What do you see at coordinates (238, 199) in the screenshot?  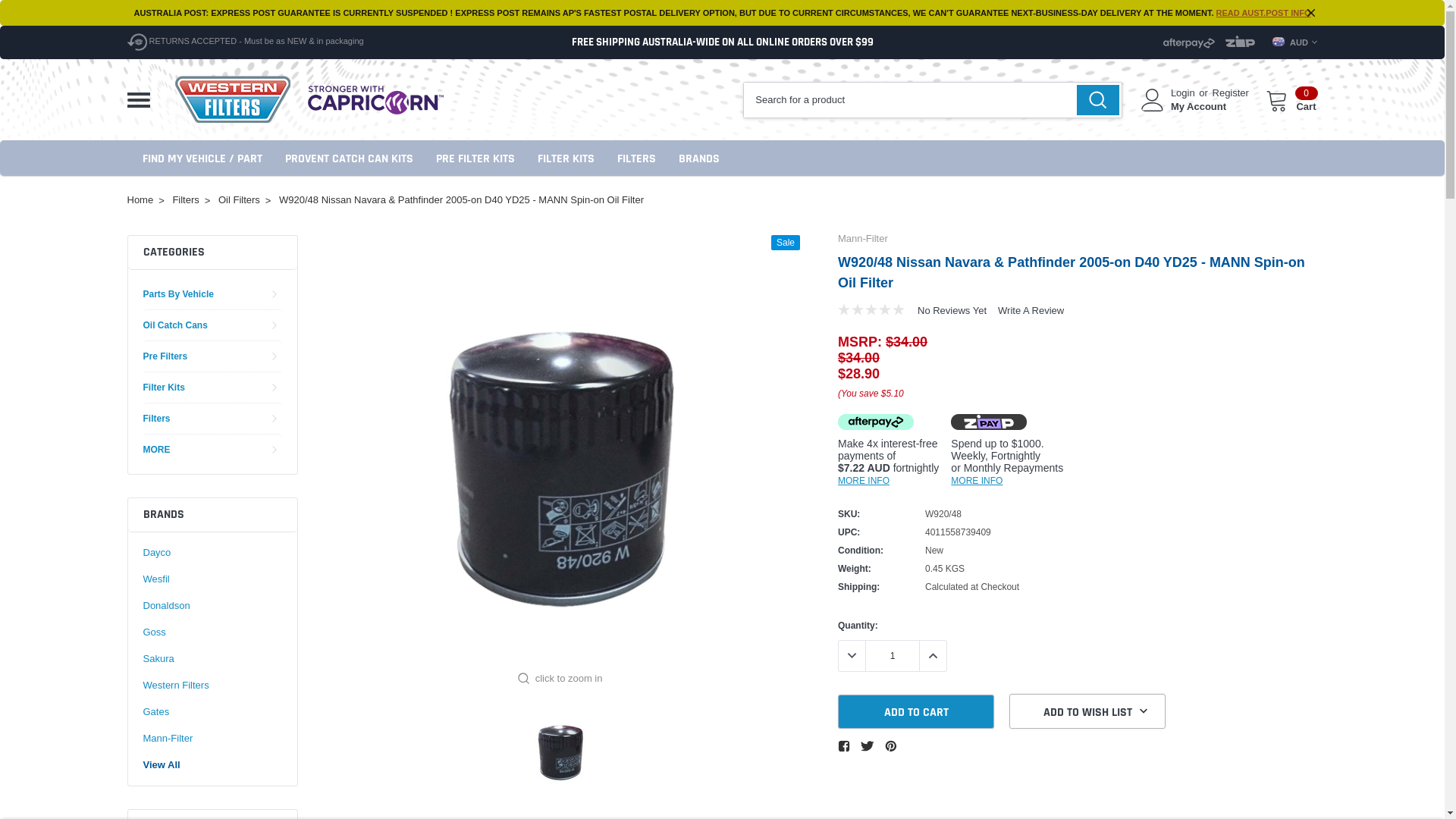 I see `'Oil Filters'` at bounding box center [238, 199].